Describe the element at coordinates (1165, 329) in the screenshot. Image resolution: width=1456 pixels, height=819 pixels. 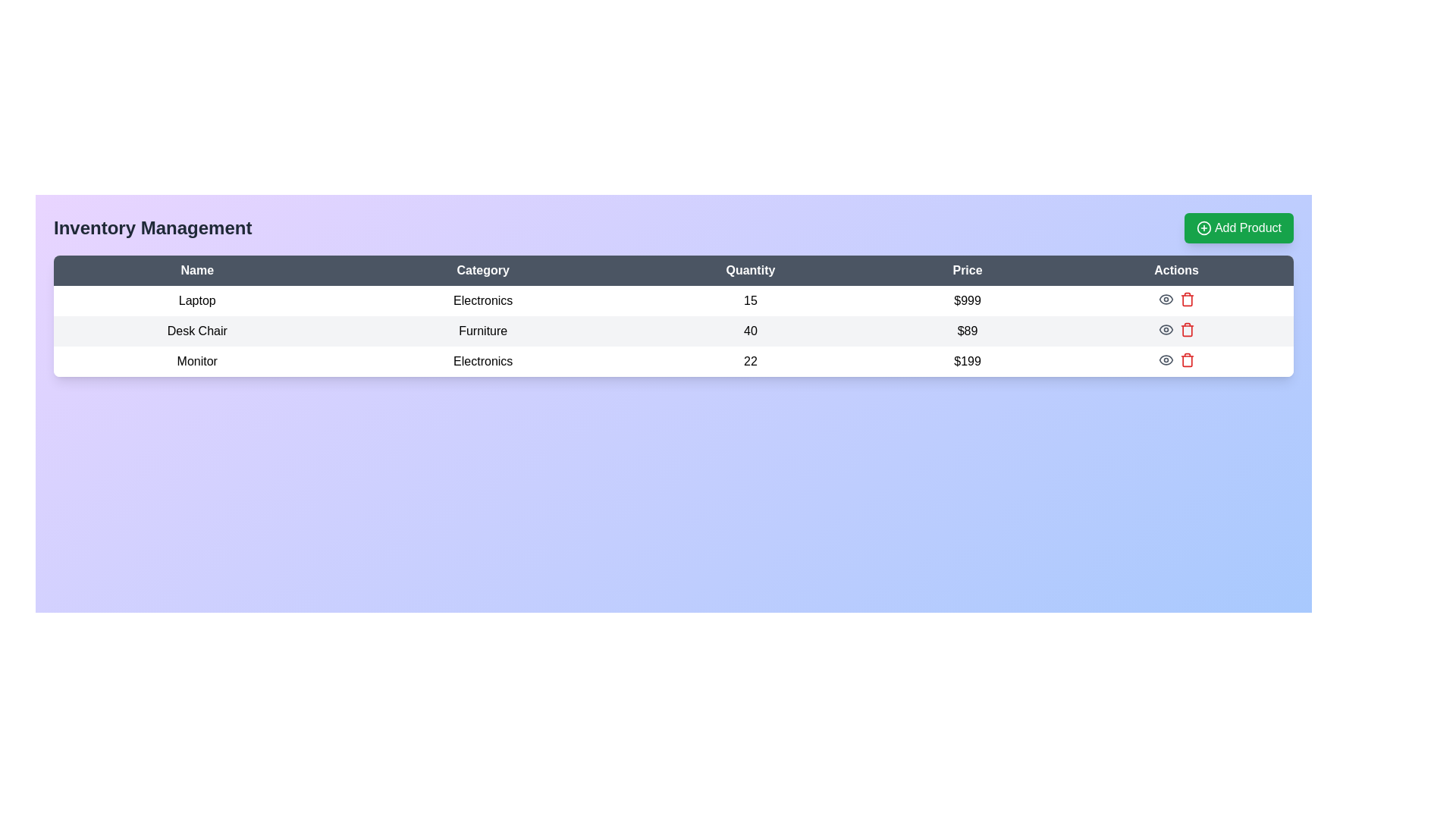
I see `the Eye Symbol icon in the Actions column` at that location.